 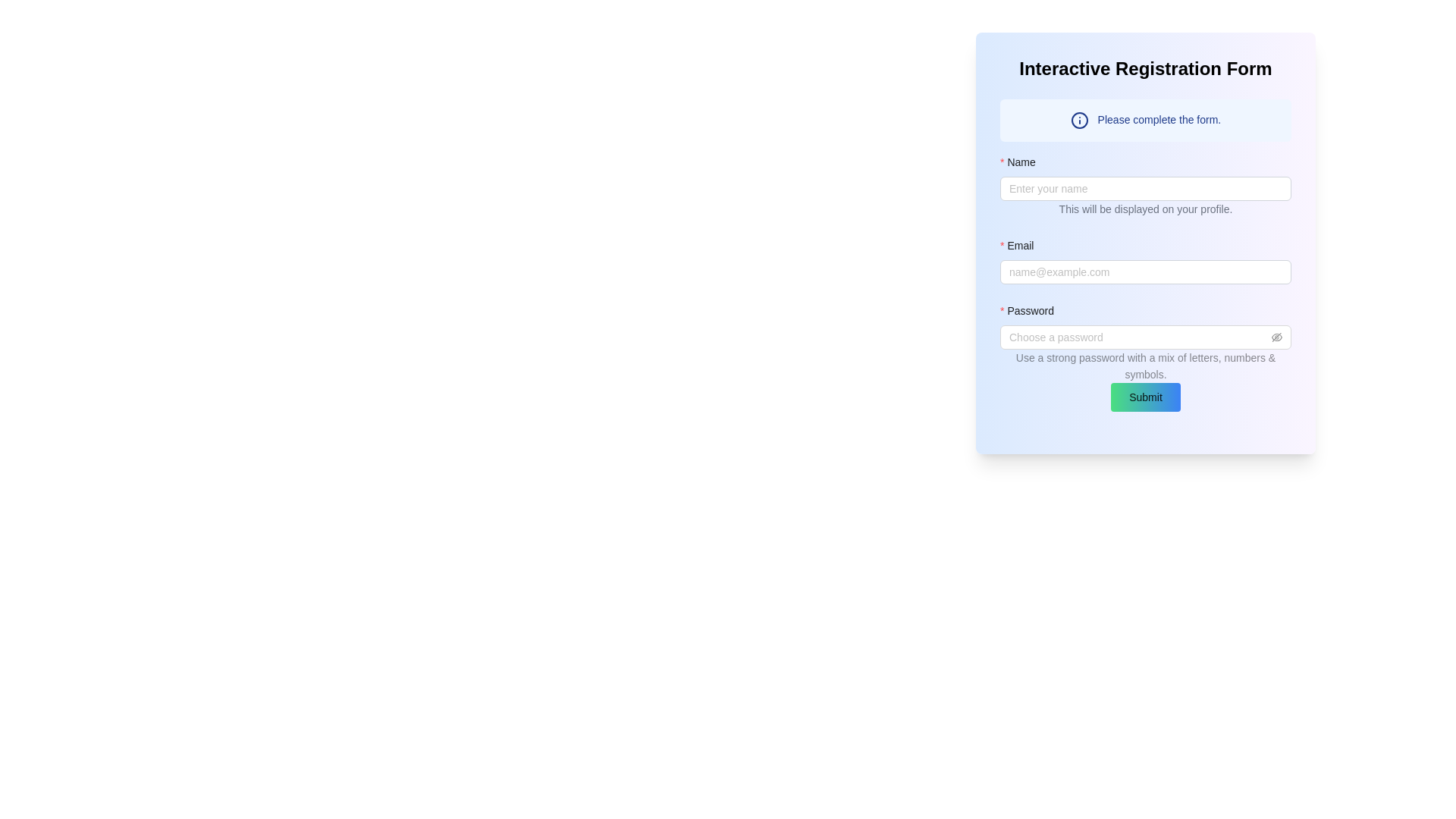 What do you see at coordinates (1276, 336) in the screenshot?
I see `the gray eye icon with a strikethrough, located at the far right edge of the 'Choose a password' input box in the registration form` at bounding box center [1276, 336].